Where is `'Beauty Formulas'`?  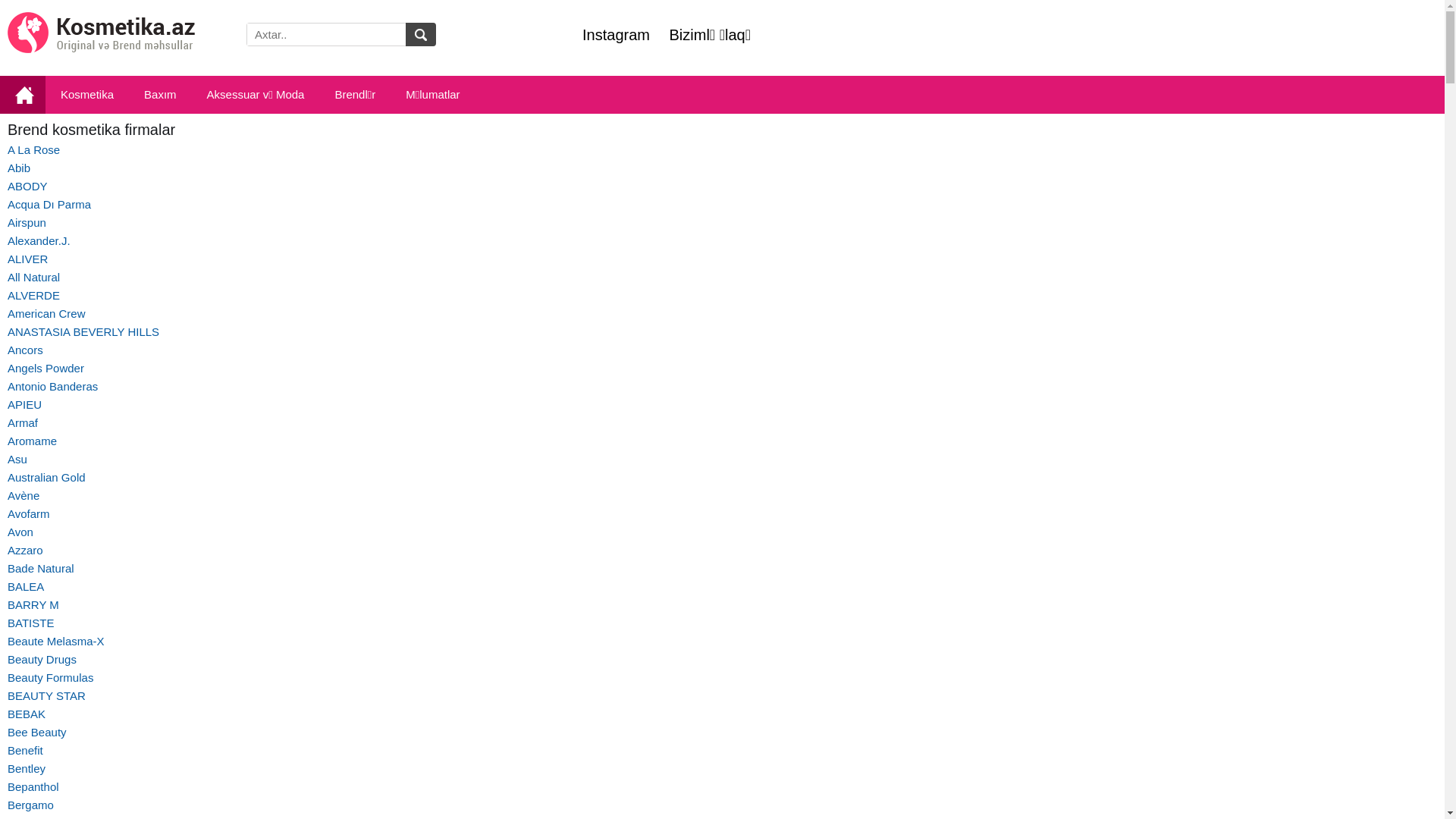
'Beauty Formulas' is located at coordinates (50, 676).